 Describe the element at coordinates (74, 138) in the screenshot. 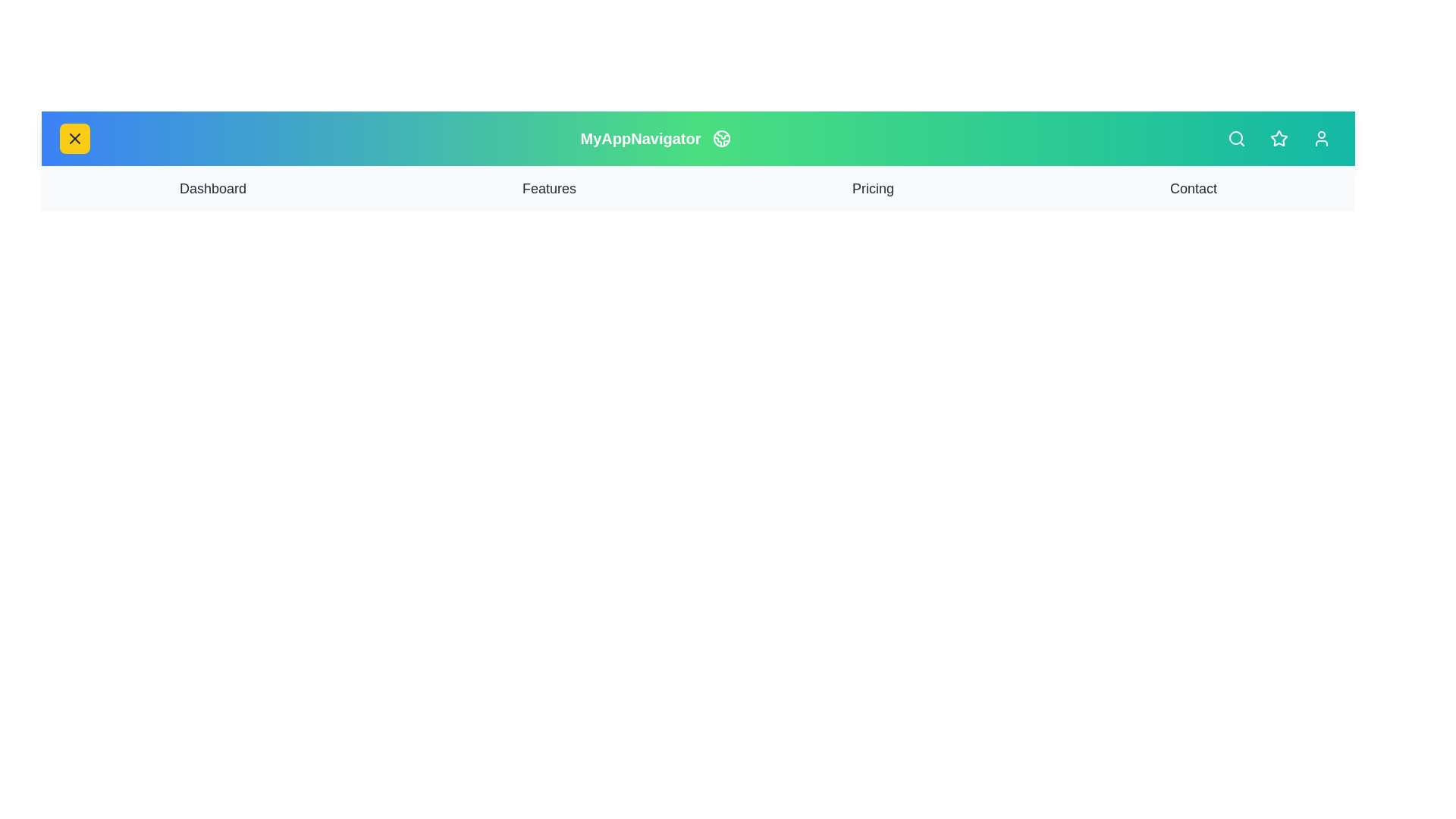

I see `the menu toggle button to toggle the menu state` at that location.